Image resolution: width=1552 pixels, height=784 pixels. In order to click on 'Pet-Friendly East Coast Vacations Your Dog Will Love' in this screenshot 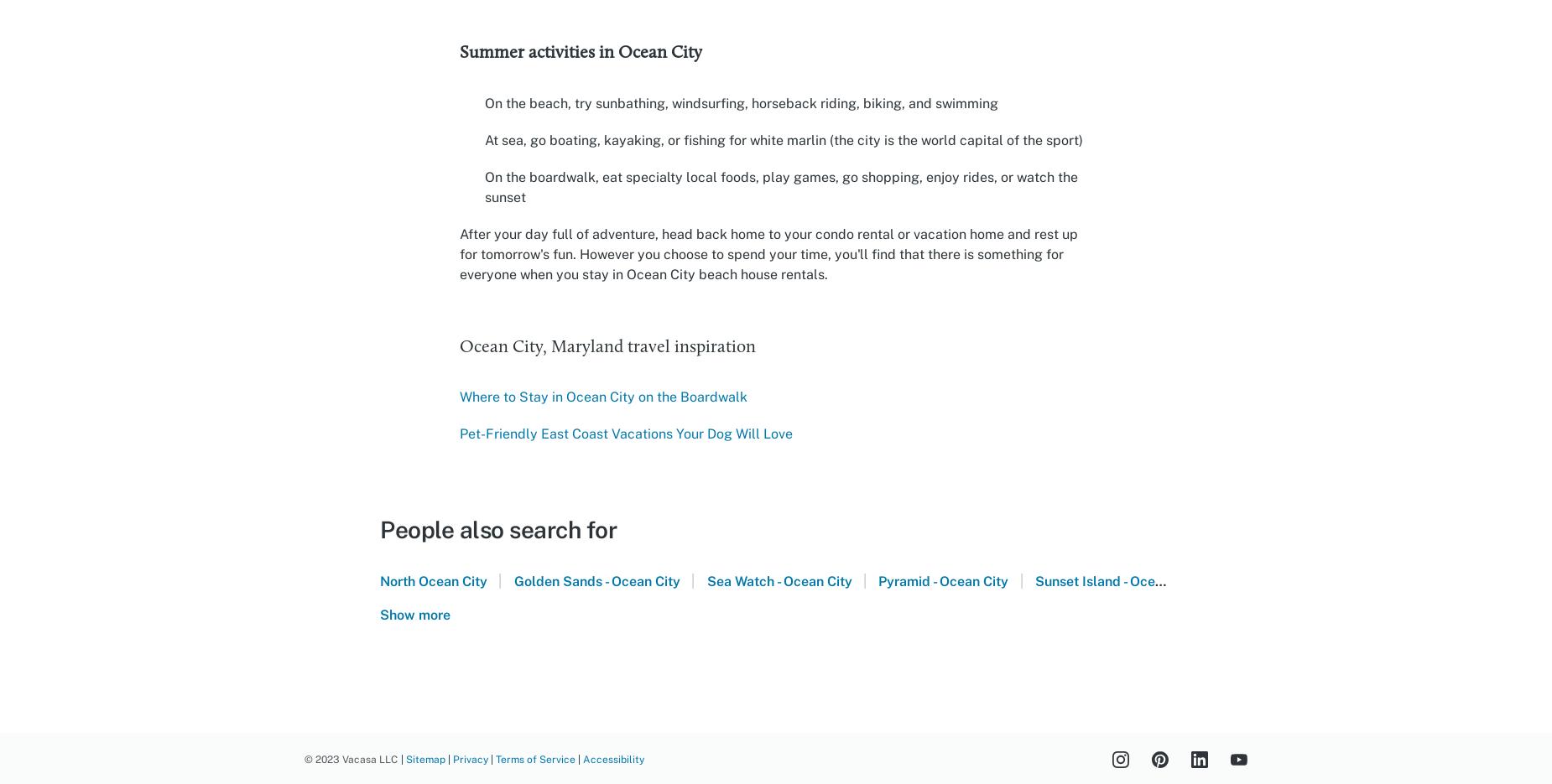, I will do `click(626, 433)`.